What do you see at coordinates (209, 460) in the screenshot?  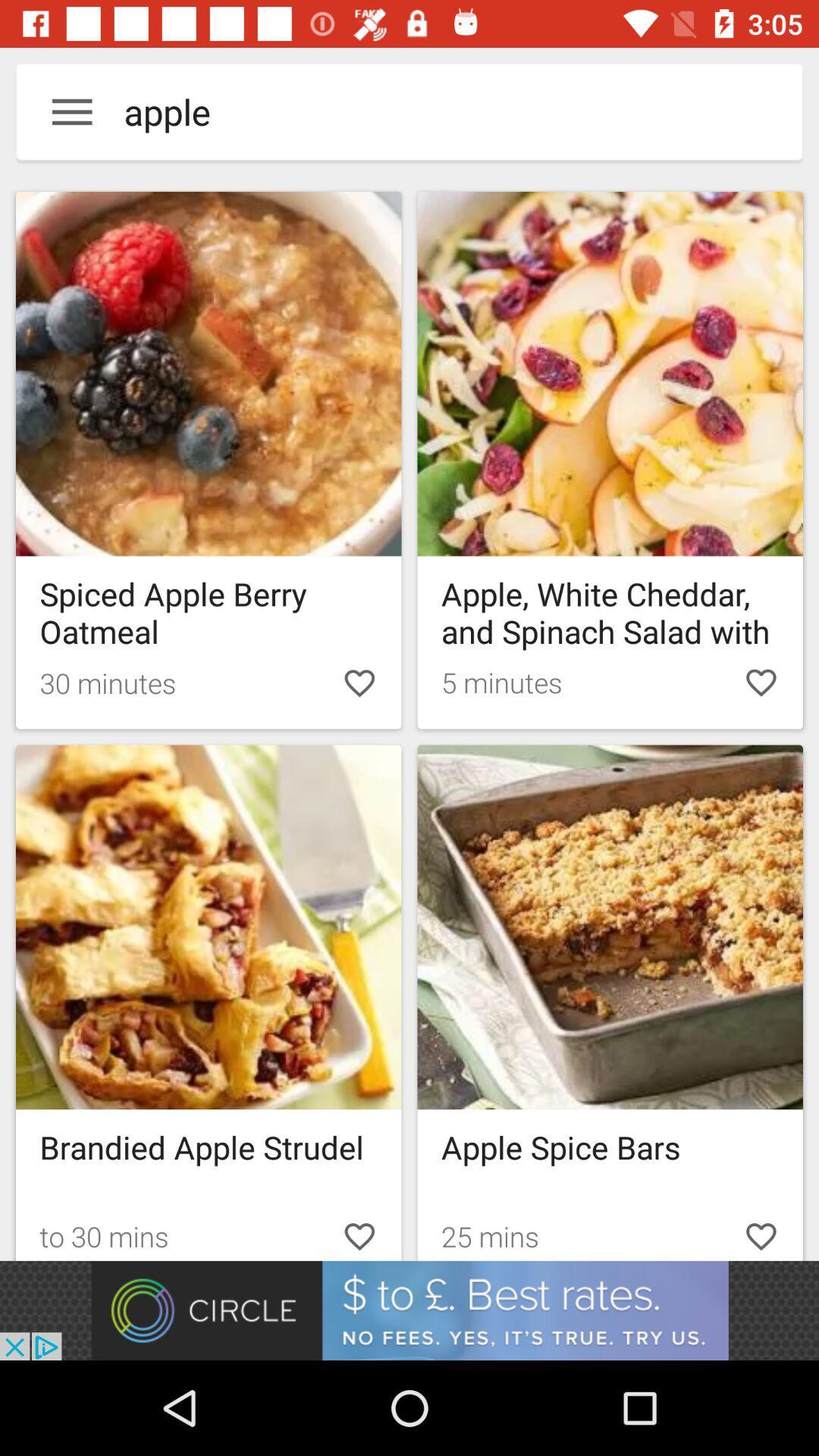 I see `first image below apple` at bounding box center [209, 460].